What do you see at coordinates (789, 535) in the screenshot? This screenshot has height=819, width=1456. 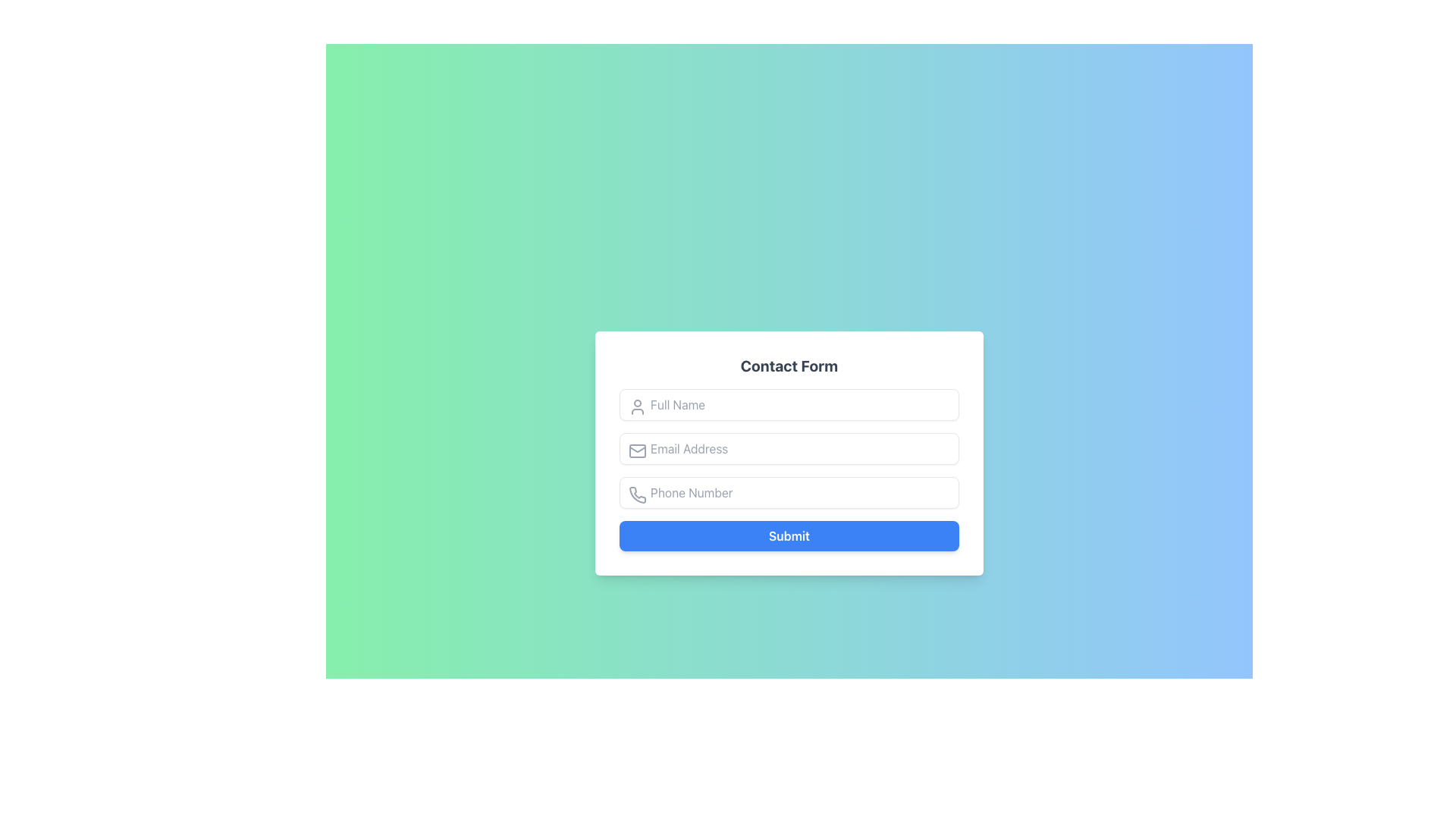 I see `the 'Submit' button, which is a rectangular button with rounded corners and a blue background, located at the bottom of the form beneath three input fields` at bounding box center [789, 535].